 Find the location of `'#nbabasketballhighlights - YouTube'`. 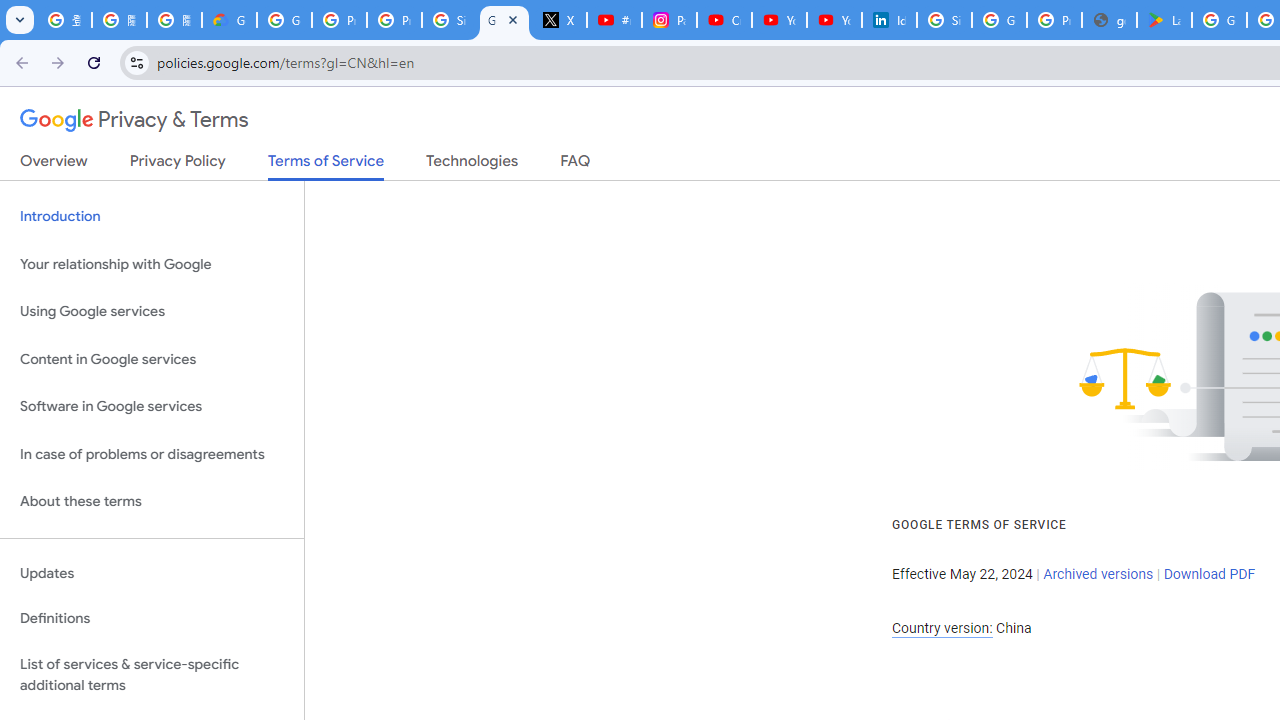

'#nbabasketballhighlights - YouTube' is located at coordinates (614, 20).